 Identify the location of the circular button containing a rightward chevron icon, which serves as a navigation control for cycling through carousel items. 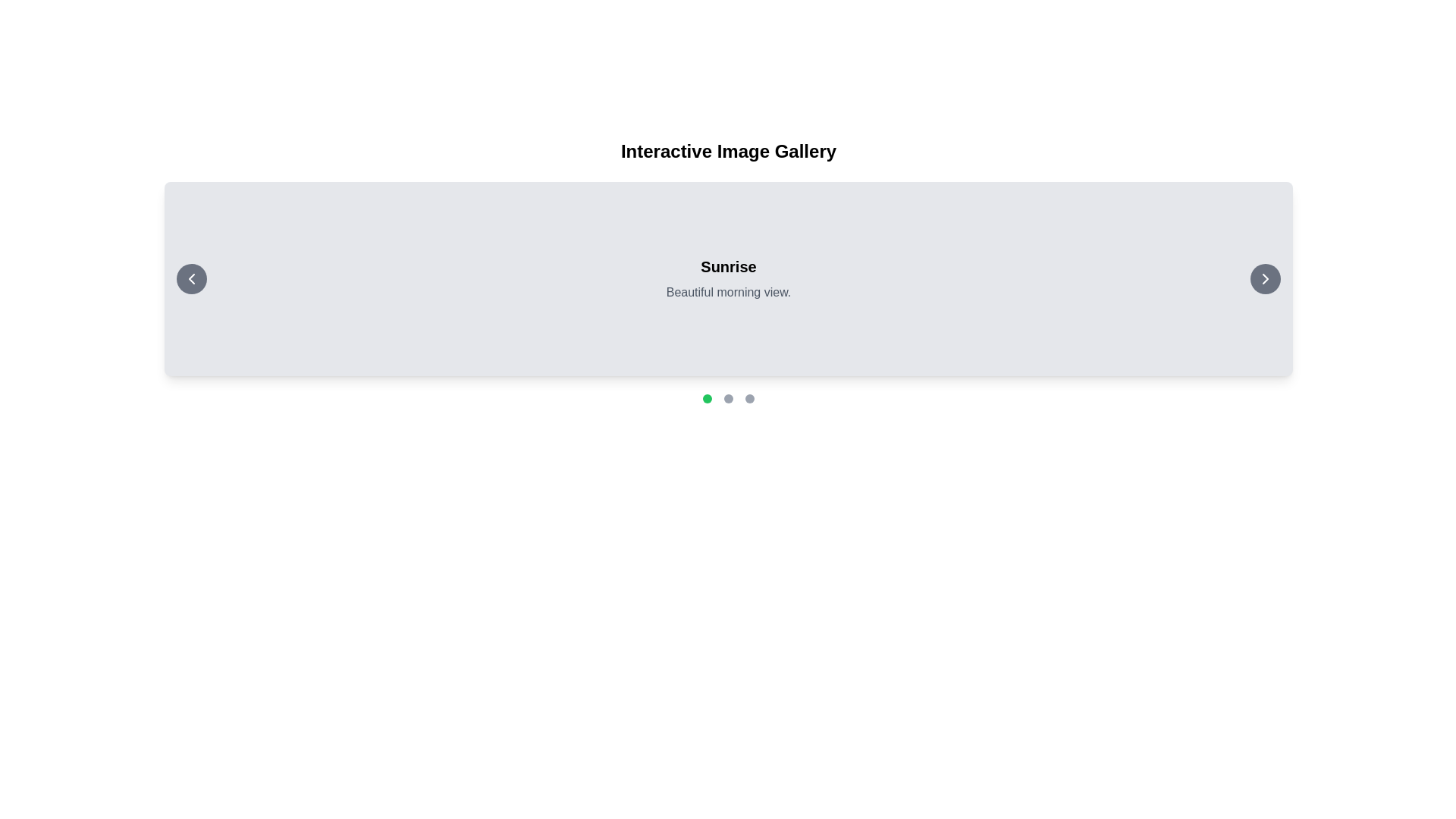
(1266, 278).